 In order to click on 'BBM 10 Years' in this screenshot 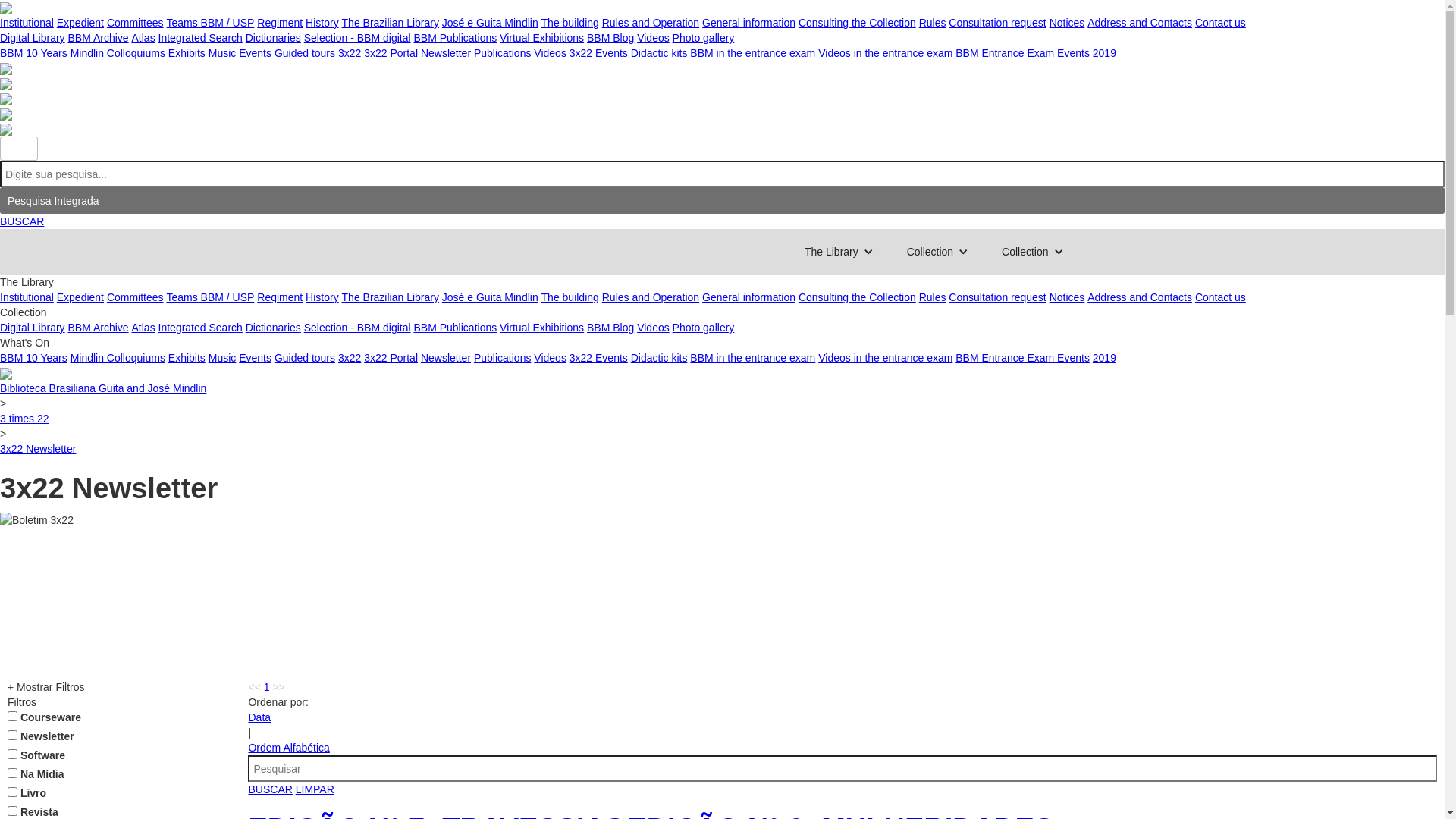, I will do `click(33, 52)`.